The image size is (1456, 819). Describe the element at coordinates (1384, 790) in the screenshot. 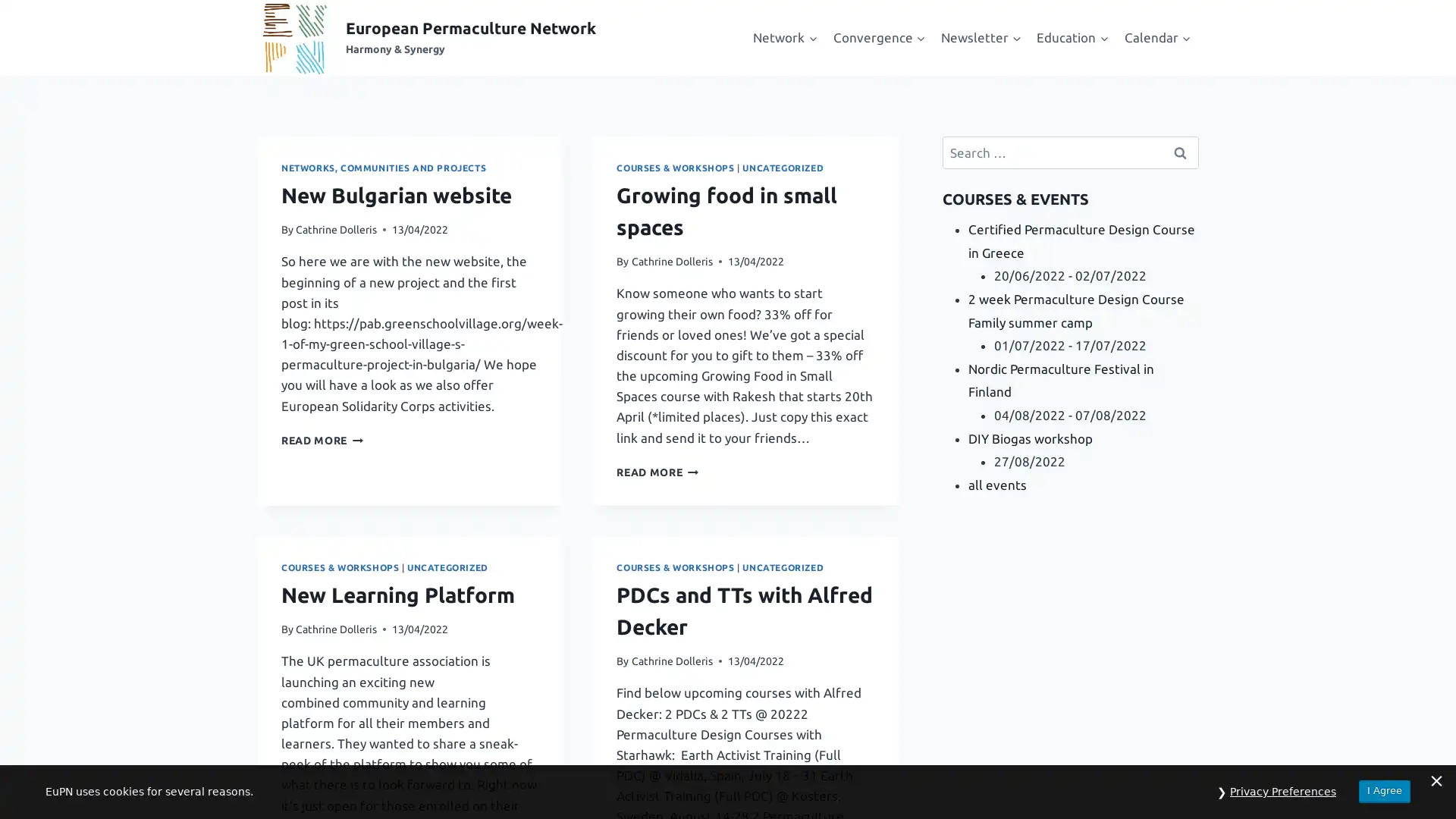

I see `I Agree` at that location.